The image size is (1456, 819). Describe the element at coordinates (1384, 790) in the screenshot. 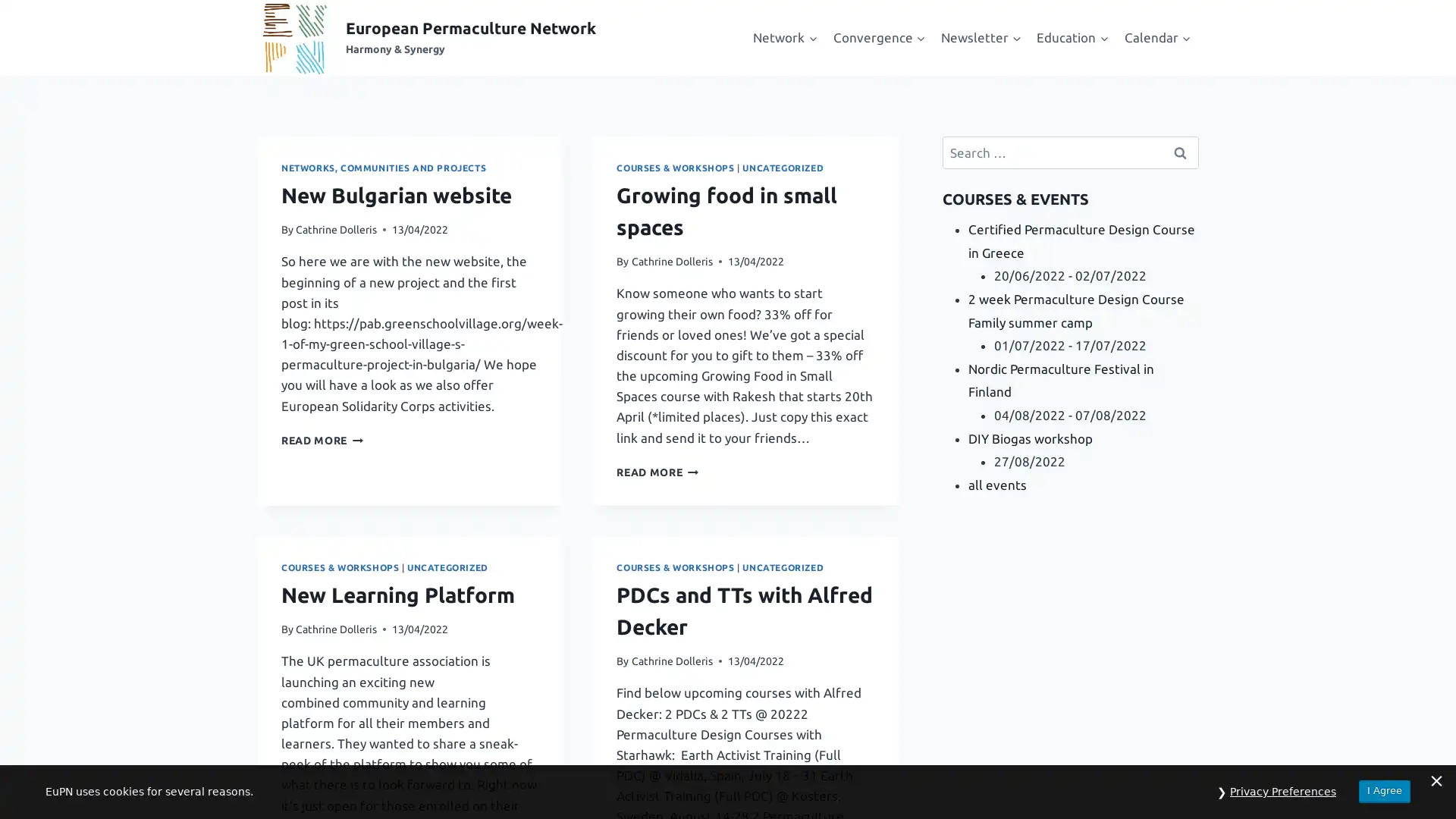

I see `I Agree` at that location.